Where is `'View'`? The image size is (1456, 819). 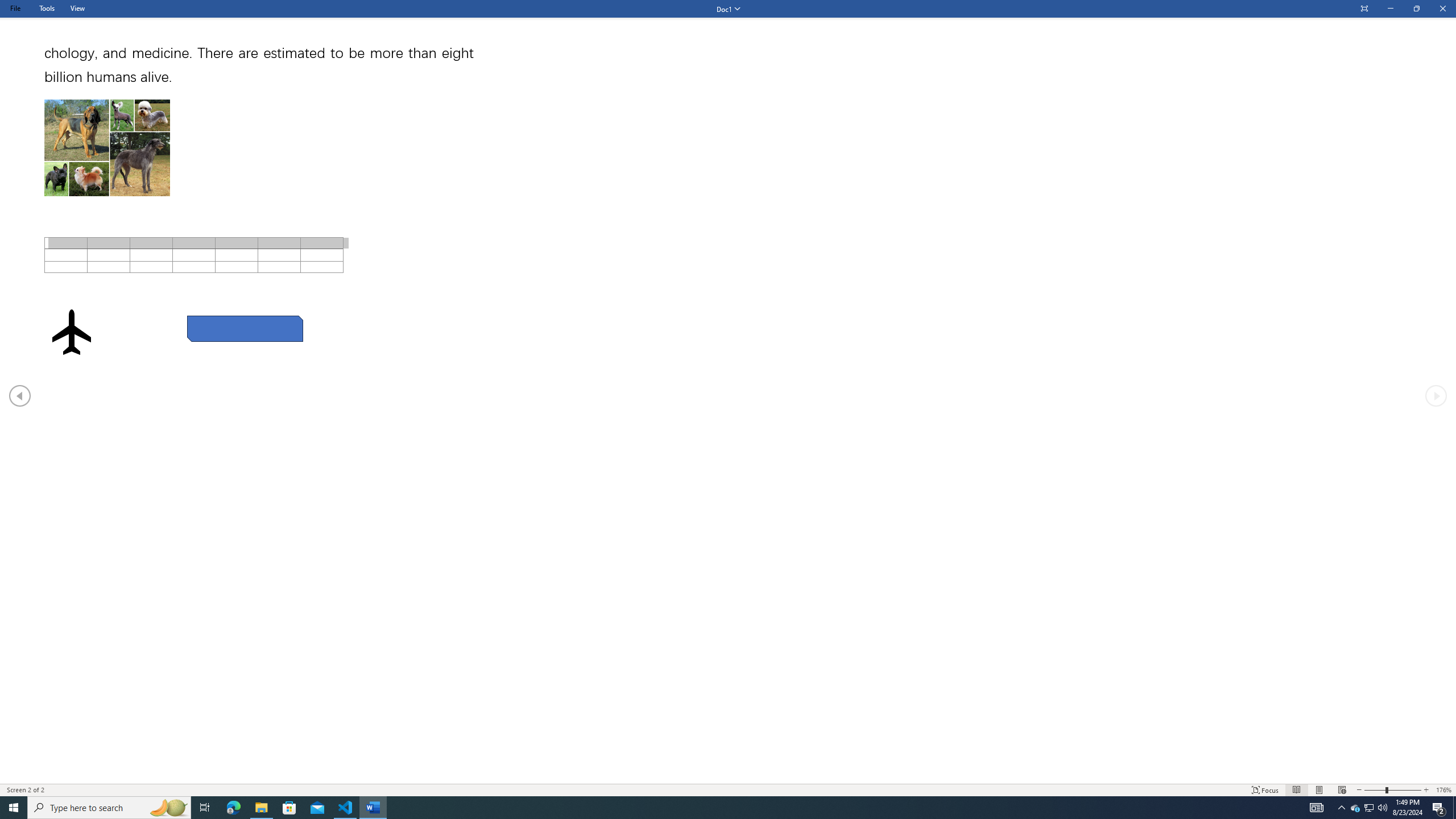 'View' is located at coordinates (77, 8).